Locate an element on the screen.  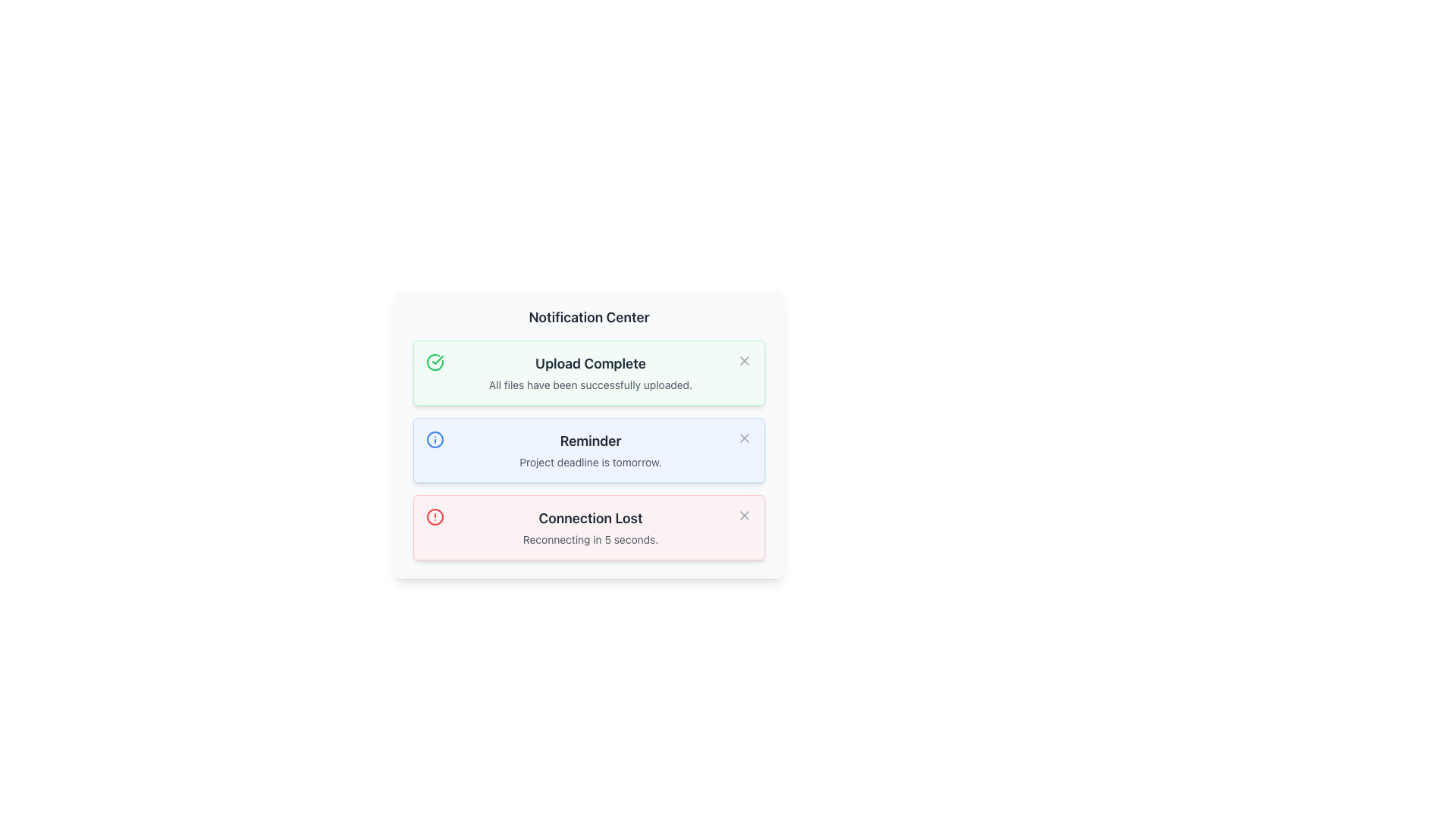
the primary title text label of the notification about a lost connection, which is located at the bottom-most position of the notification card is located at coordinates (589, 517).